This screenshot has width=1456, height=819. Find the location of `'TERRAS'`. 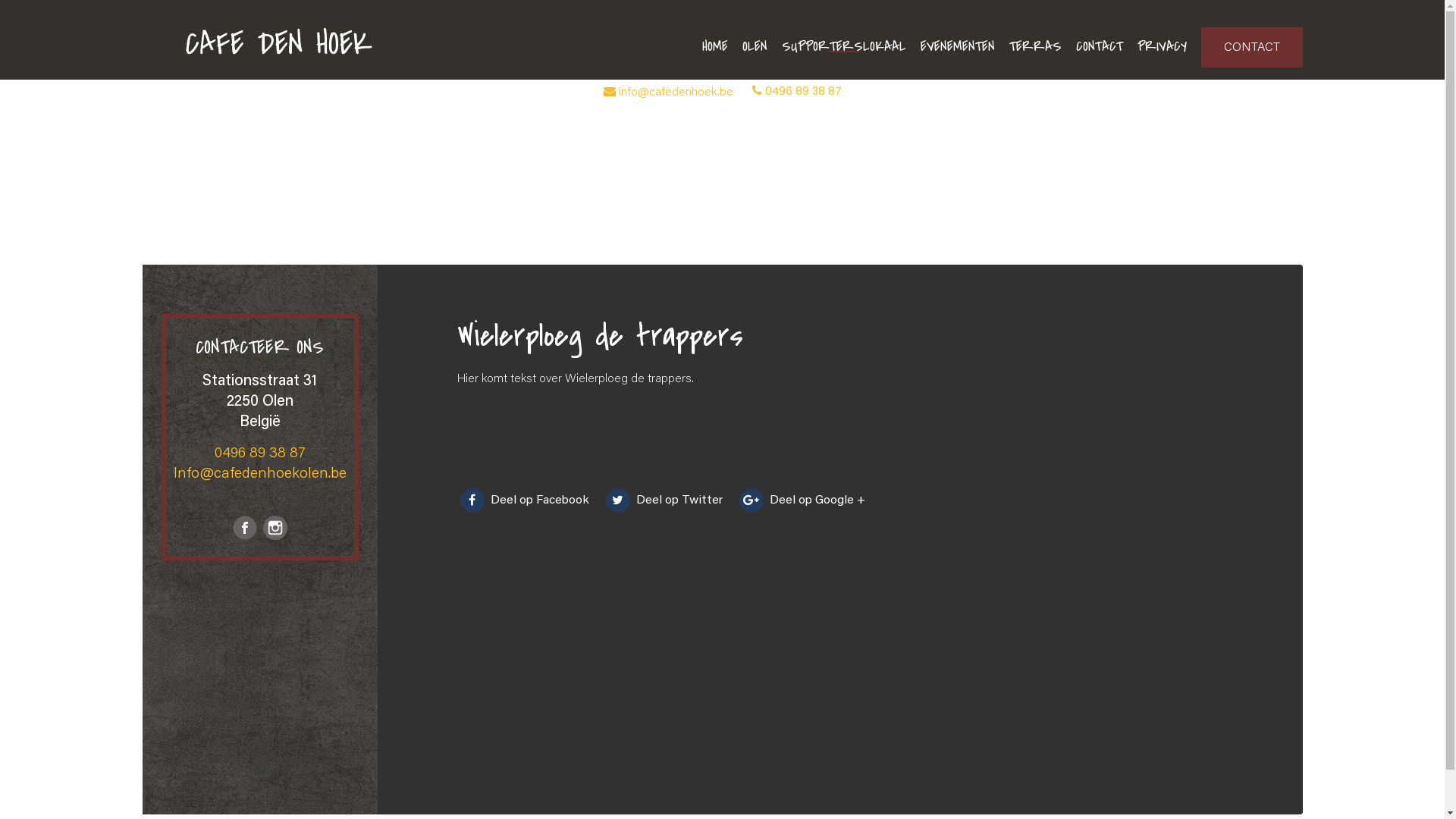

'TERRAS' is located at coordinates (1008, 45).